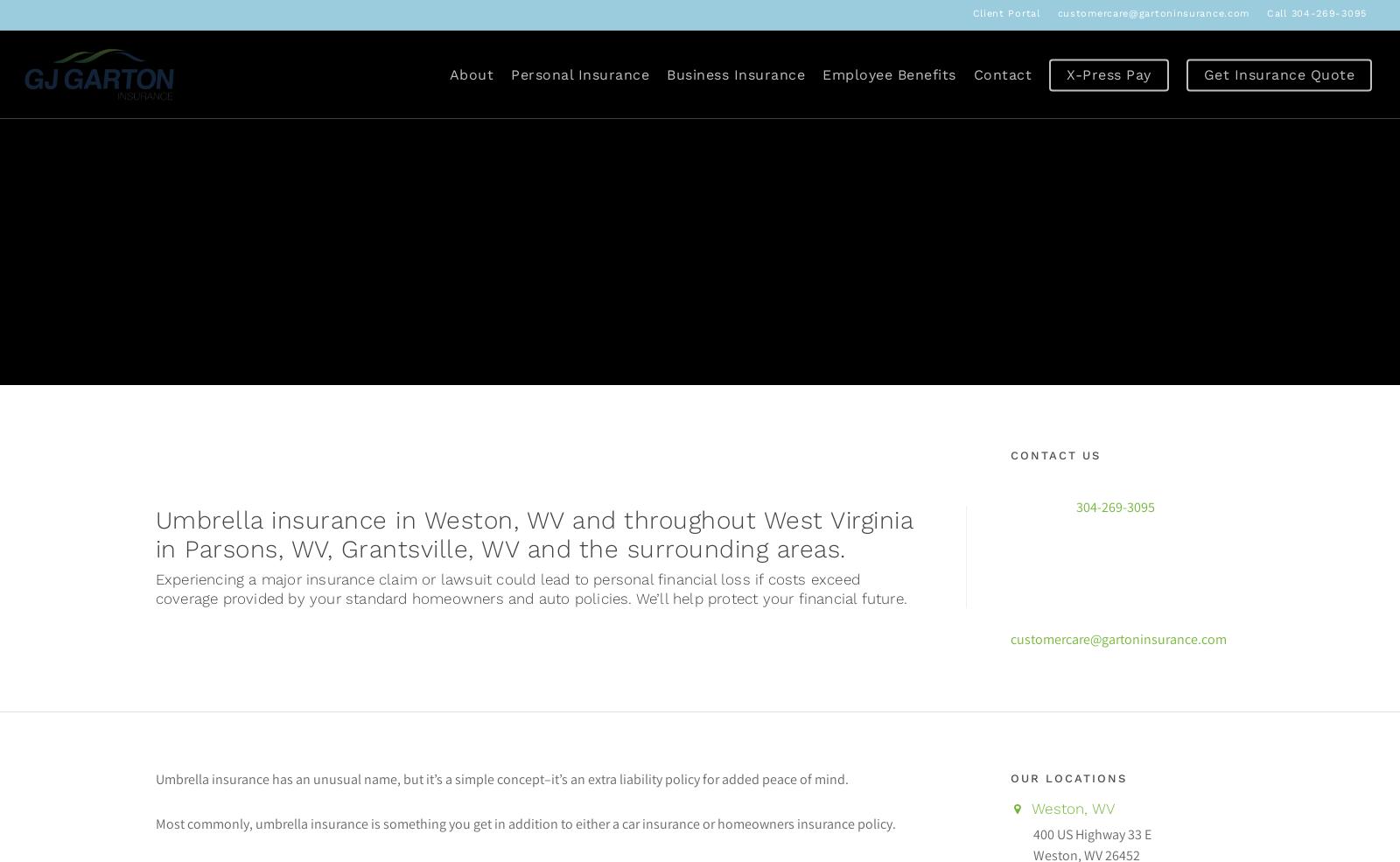 Image resolution: width=1400 pixels, height=862 pixels. What do you see at coordinates (510, 73) in the screenshot?
I see `'Personal Insurance'` at bounding box center [510, 73].